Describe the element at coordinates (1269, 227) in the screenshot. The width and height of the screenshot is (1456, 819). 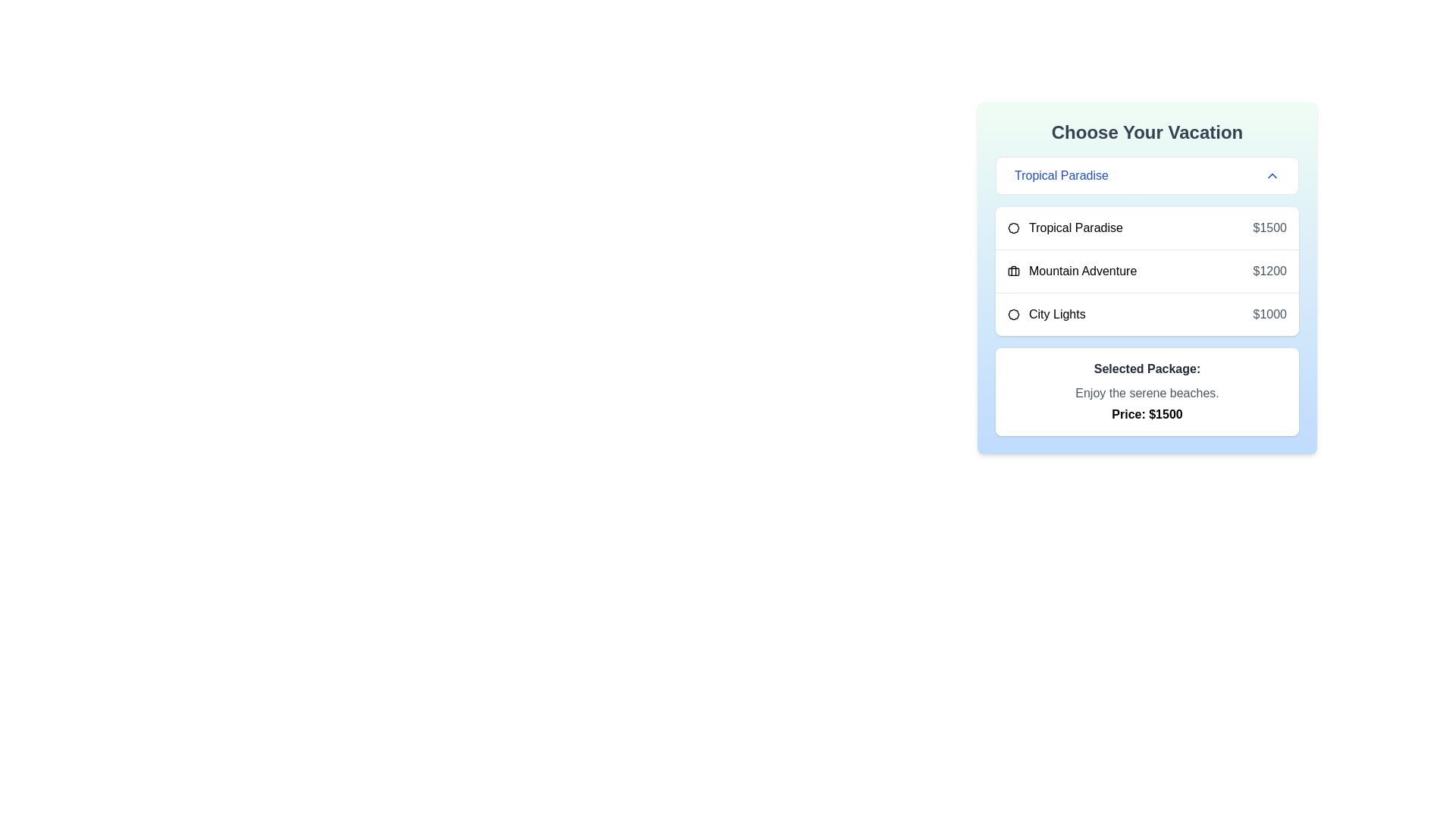
I see `the text label displaying the value '$1500' in gray font, positioned to the right of 'Tropical Paradise' within the first selectable option of the list` at that location.